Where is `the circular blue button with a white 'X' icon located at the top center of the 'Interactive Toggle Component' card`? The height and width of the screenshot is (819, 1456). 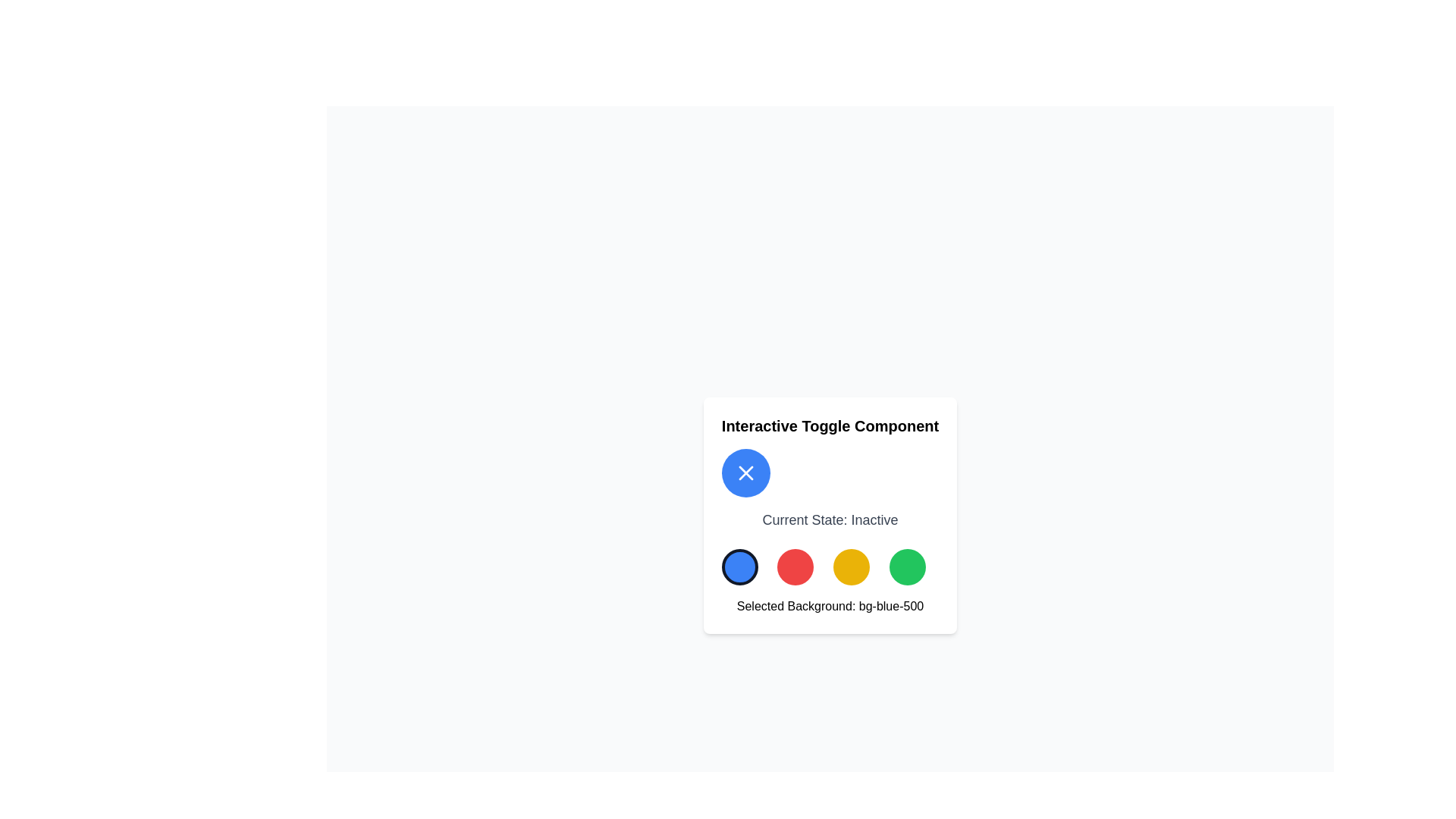 the circular blue button with a white 'X' icon located at the top center of the 'Interactive Toggle Component' card is located at coordinates (745, 472).